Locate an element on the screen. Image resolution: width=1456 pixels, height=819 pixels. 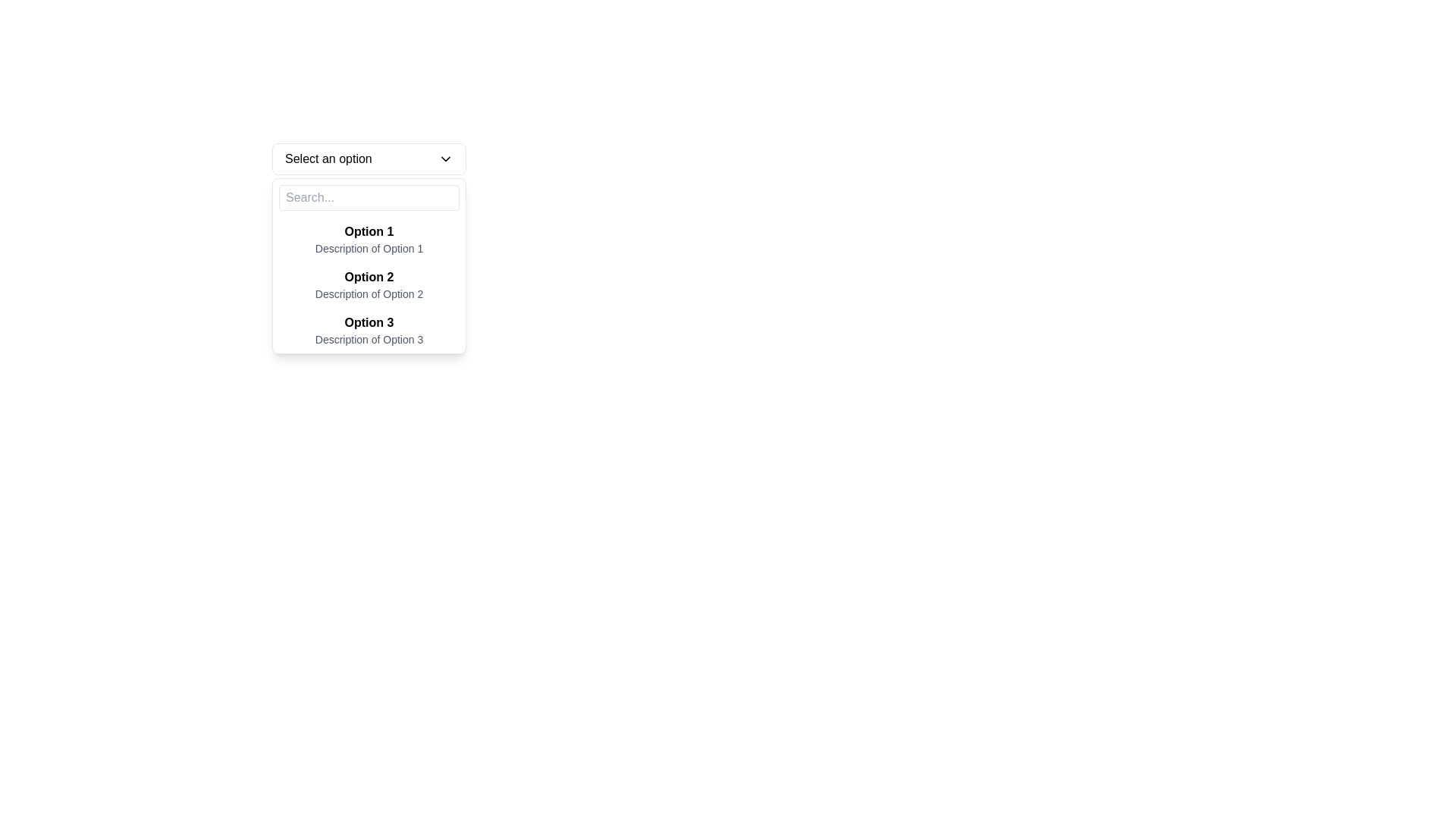
text of the bold-styled label displaying 'Option 1' in black font located at the center of the dropdown menu entry is located at coordinates (369, 231).